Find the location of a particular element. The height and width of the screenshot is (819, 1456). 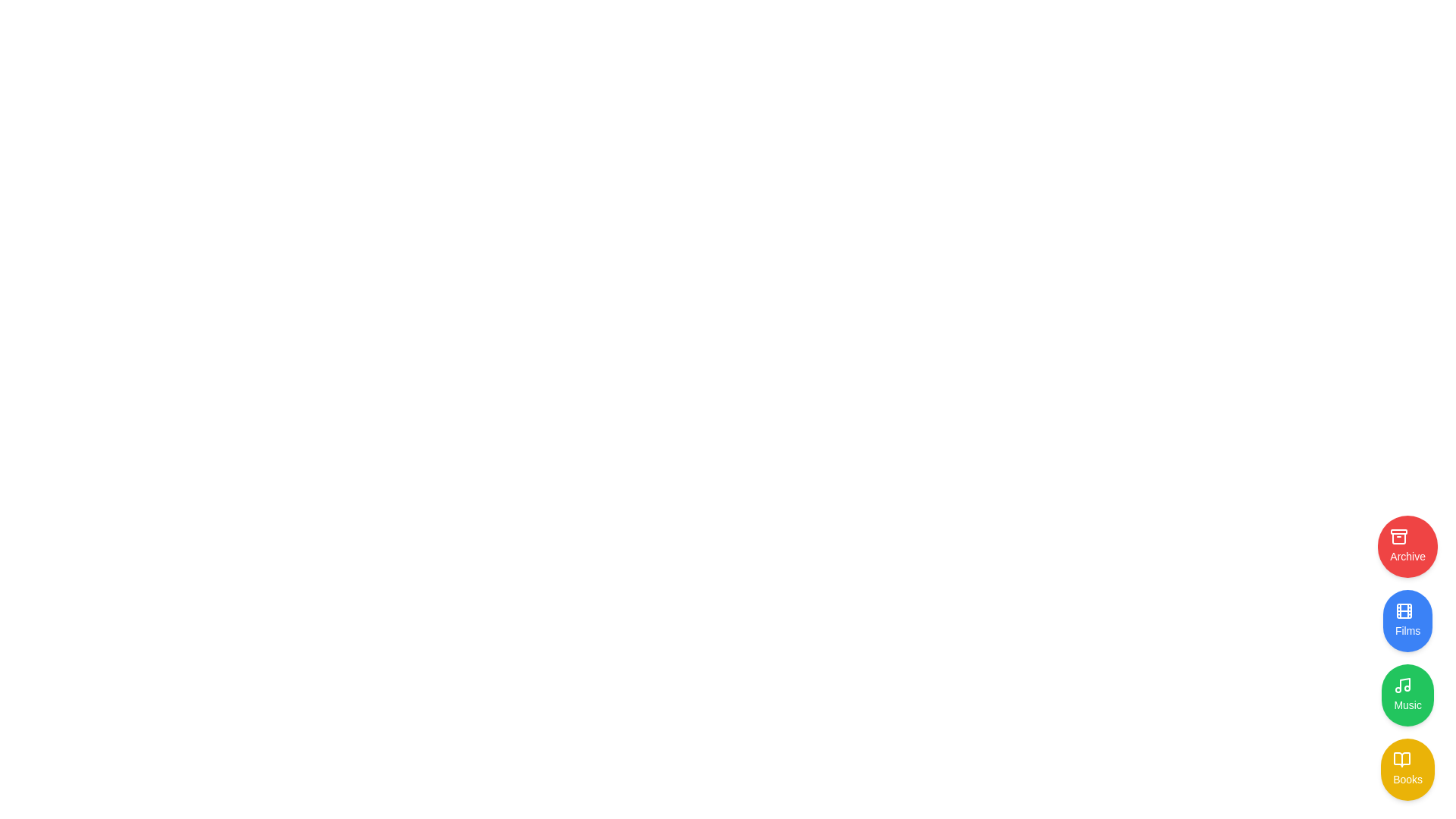

the blue 'Films' SVG icon located within the second button of the vertical row of circular buttons on the right side of the interface is located at coordinates (1404, 610).